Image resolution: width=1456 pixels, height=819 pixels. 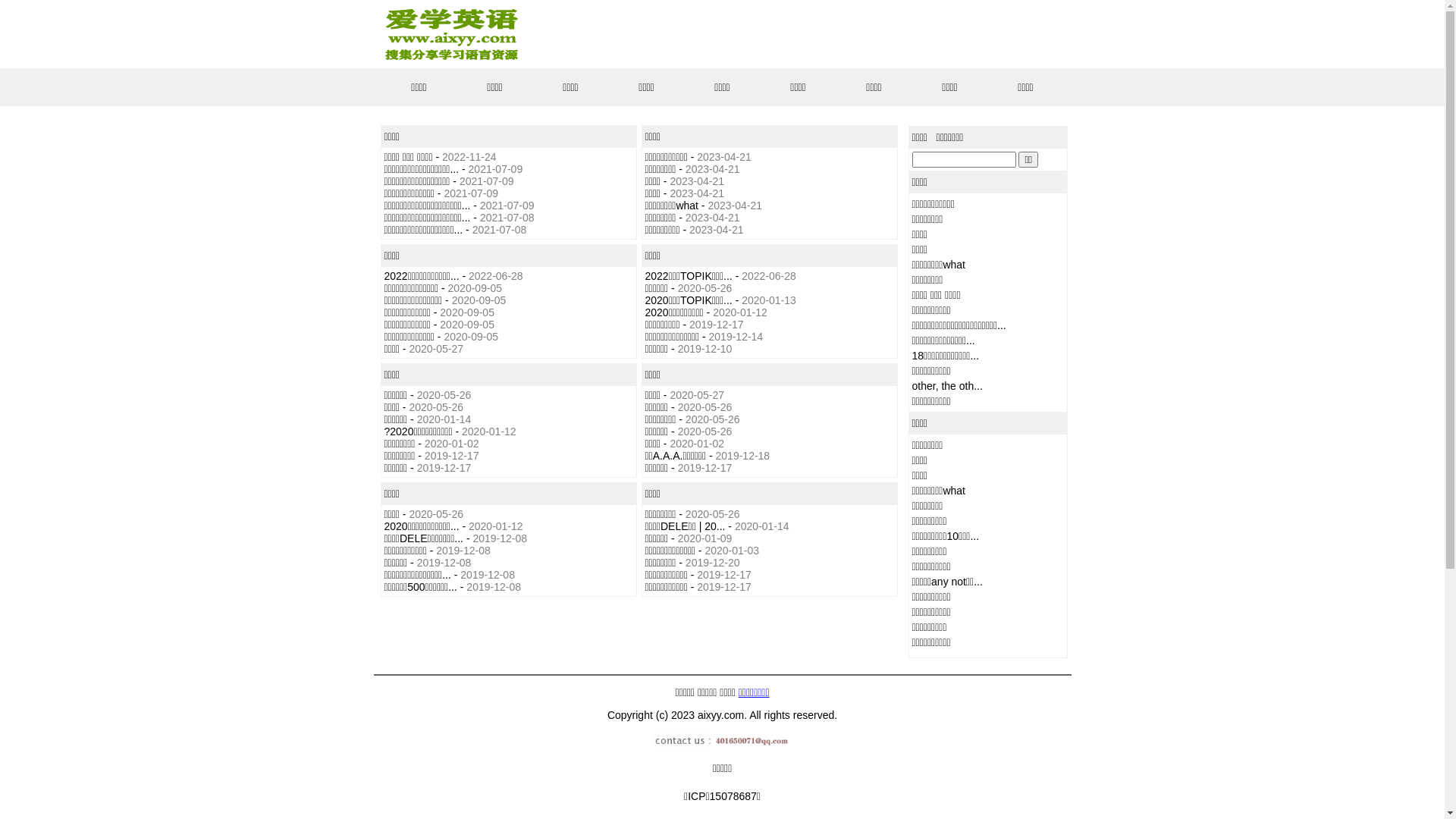 I want to click on 'other, the oth...', so click(x=946, y=385).